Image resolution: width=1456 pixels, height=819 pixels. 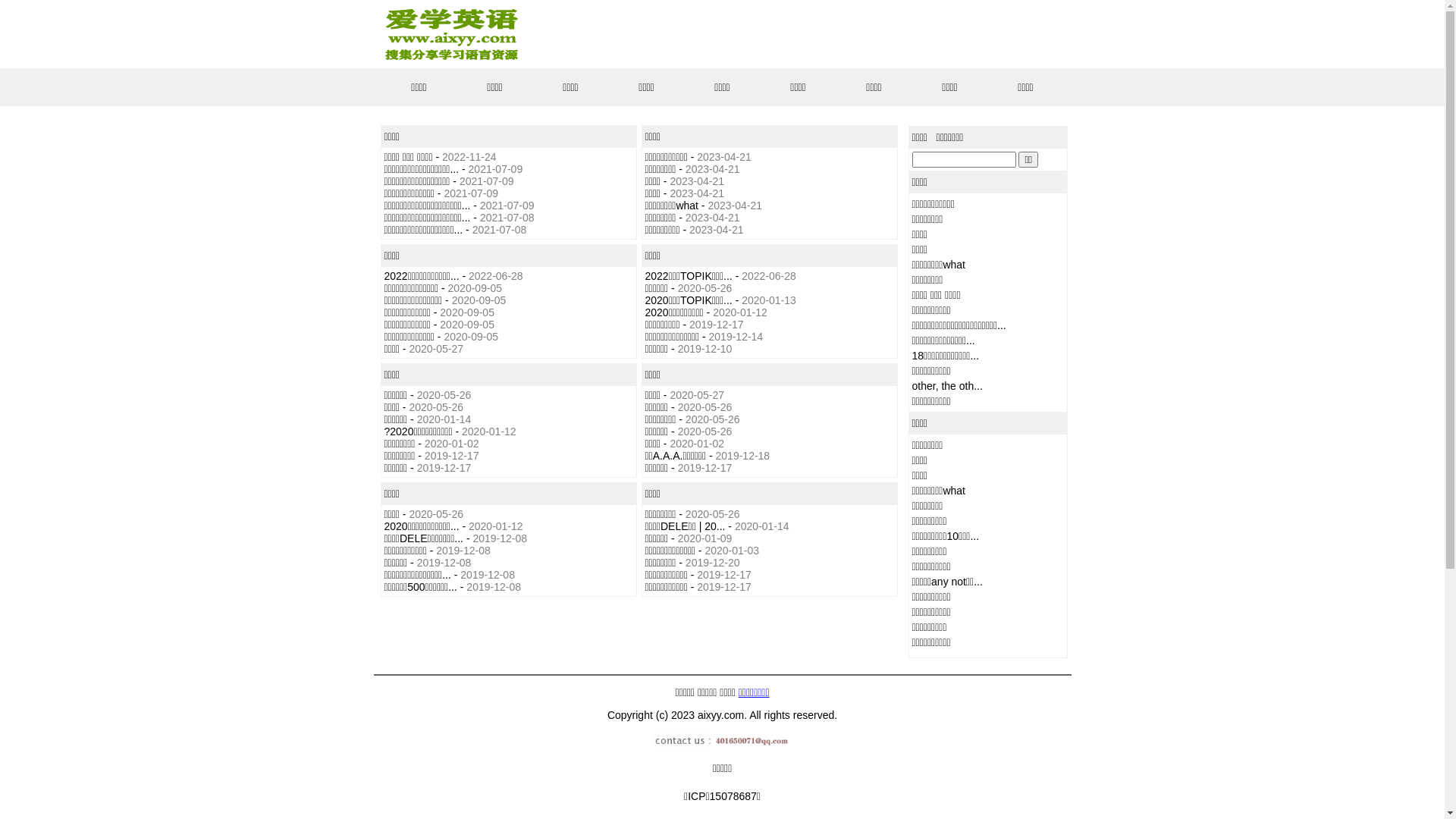 I want to click on 'other, the oth...', so click(x=946, y=385).